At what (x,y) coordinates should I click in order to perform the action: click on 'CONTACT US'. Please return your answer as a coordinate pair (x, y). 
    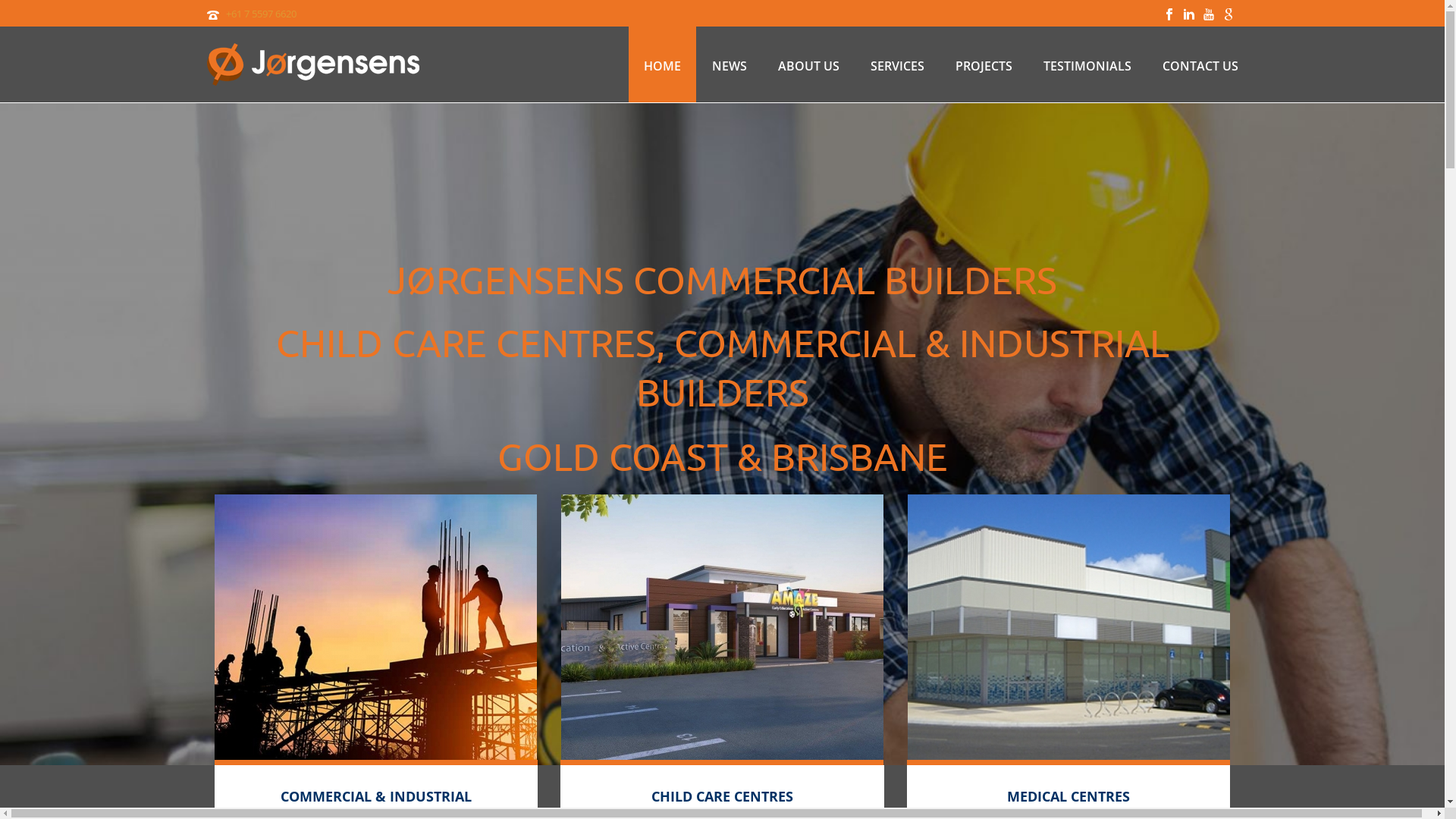
    Looking at the image, I should click on (1199, 63).